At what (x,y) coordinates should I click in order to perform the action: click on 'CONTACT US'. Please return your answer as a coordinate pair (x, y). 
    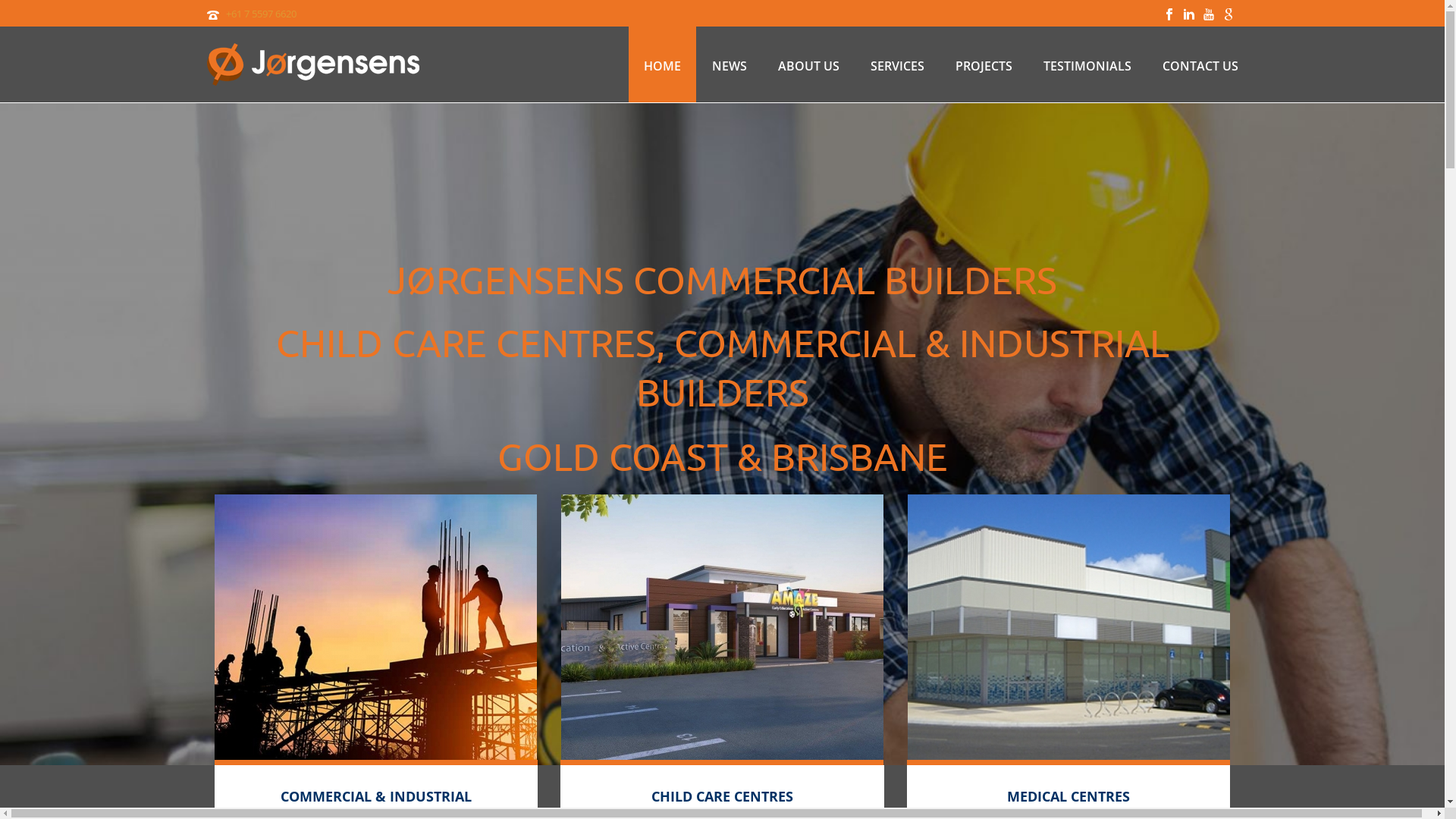
    Looking at the image, I should click on (1199, 63).